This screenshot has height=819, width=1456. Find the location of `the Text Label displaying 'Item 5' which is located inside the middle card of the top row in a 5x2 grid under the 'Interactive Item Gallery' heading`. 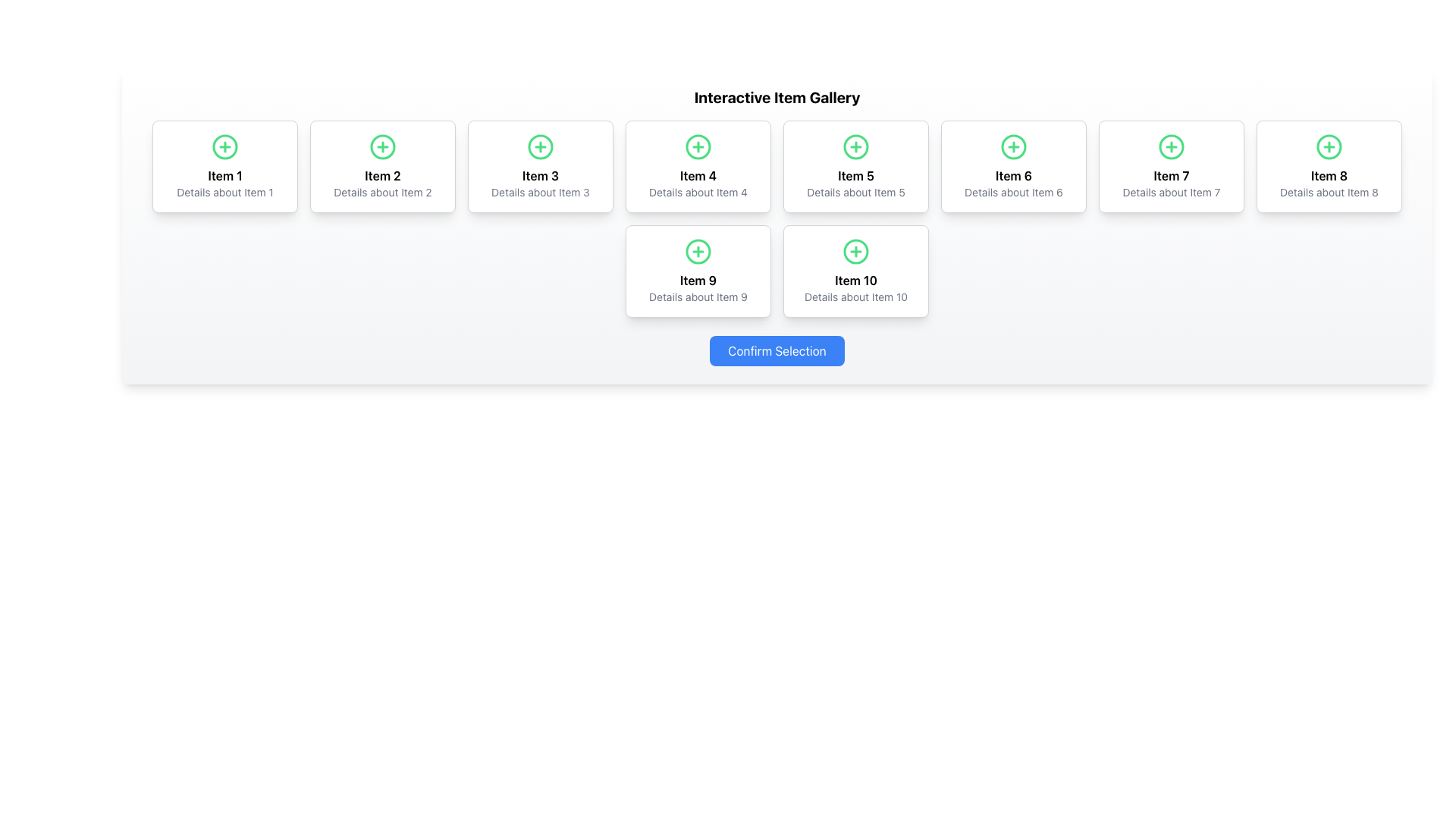

the Text Label displaying 'Item 5' which is located inside the middle card of the top row in a 5x2 grid under the 'Interactive Item Gallery' heading is located at coordinates (855, 174).